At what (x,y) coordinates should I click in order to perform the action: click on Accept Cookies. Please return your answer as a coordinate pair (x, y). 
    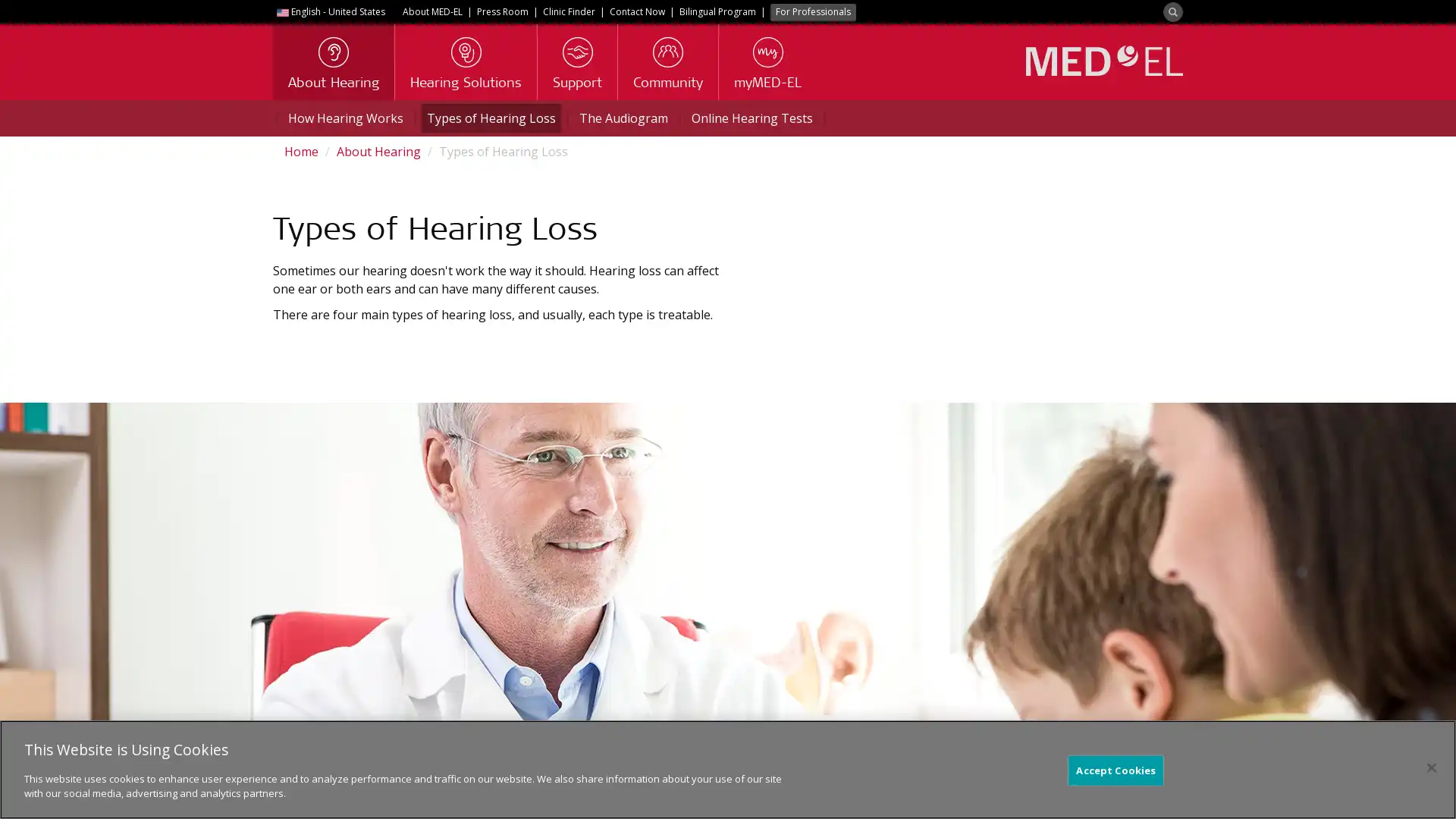
    Looking at the image, I should click on (1116, 770).